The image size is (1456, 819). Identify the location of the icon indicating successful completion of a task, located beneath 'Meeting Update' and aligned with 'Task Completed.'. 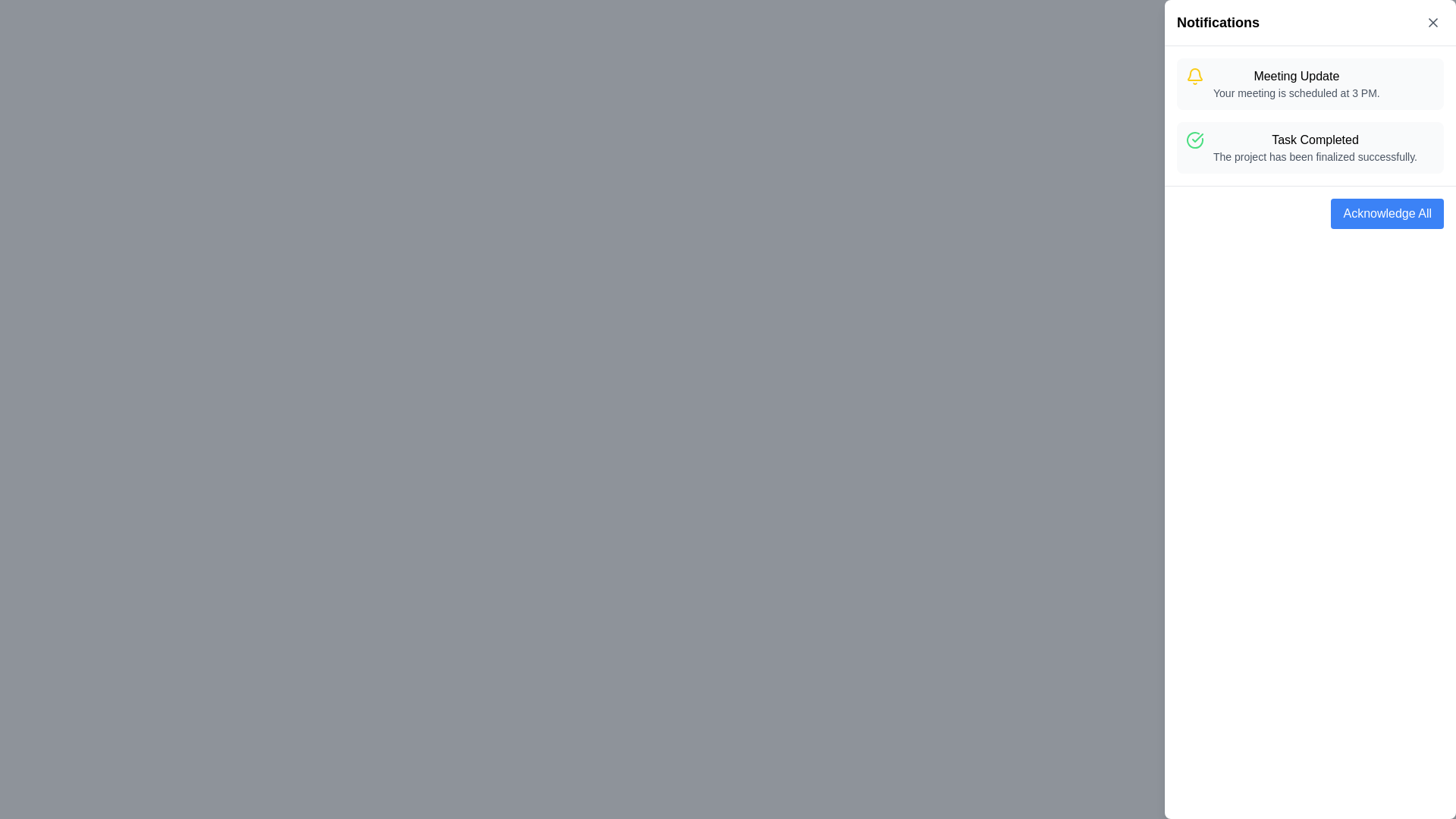
(1194, 140).